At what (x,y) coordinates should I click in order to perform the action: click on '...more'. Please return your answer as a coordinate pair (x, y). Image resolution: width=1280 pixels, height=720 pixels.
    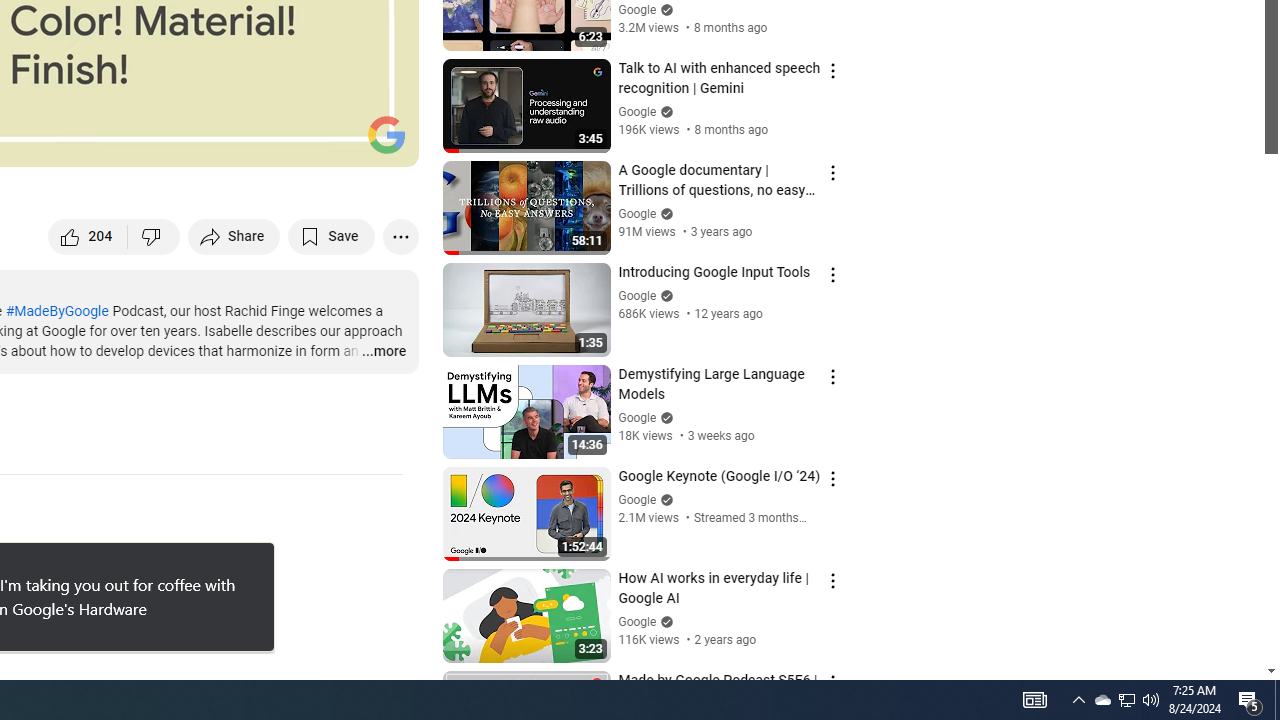
    Looking at the image, I should click on (383, 351).